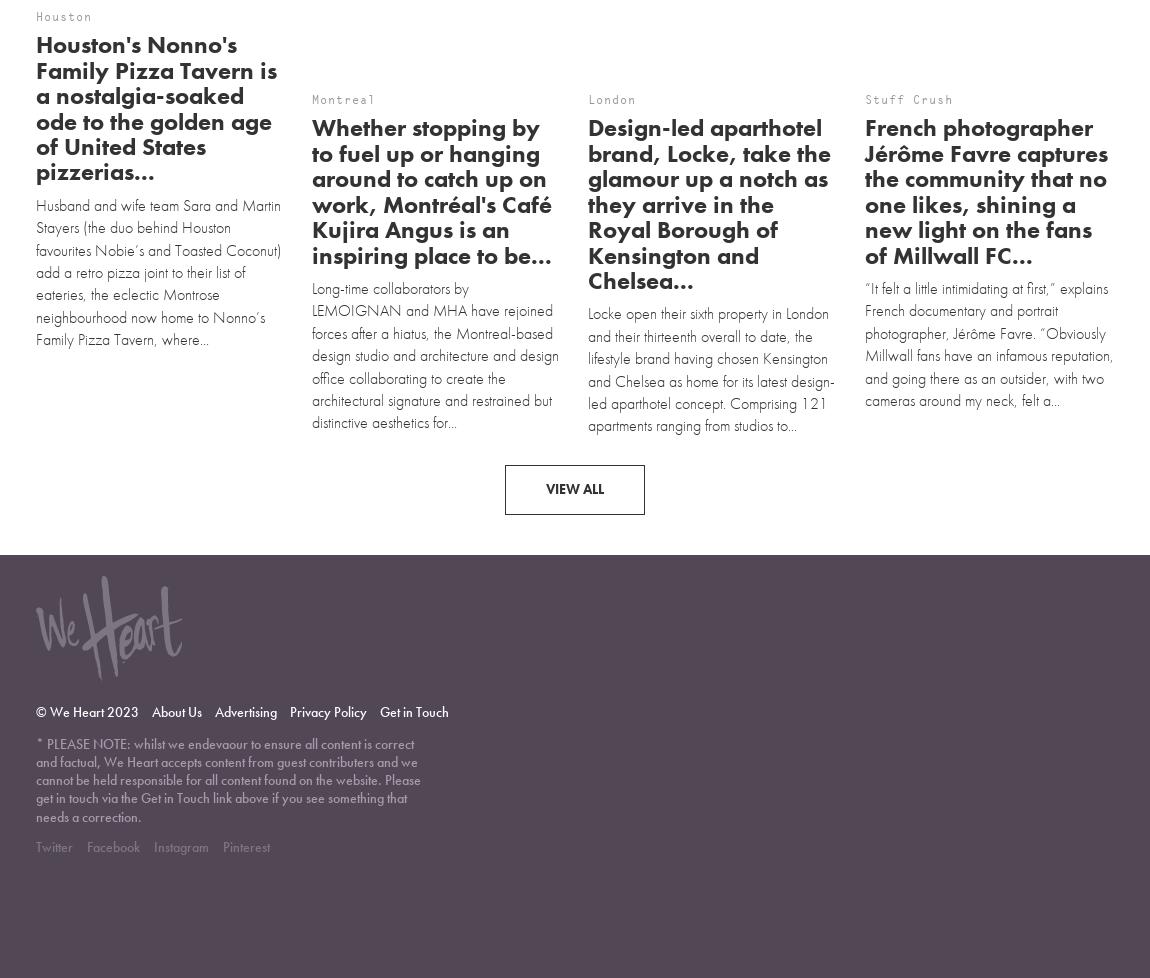 Image resolution: width=1150 pixels, height=978 pixels. Describe the element at coordinates (435, 270) in the screenshot. I see `'Long-time collaborators by LEMOIGNAN and MHA have rejoined forces after a hiatus, the Montreal-based design studio and architecture and design office collaborating to create the architectural signature and restrained but distinctive aesthetics for...'` at that location.